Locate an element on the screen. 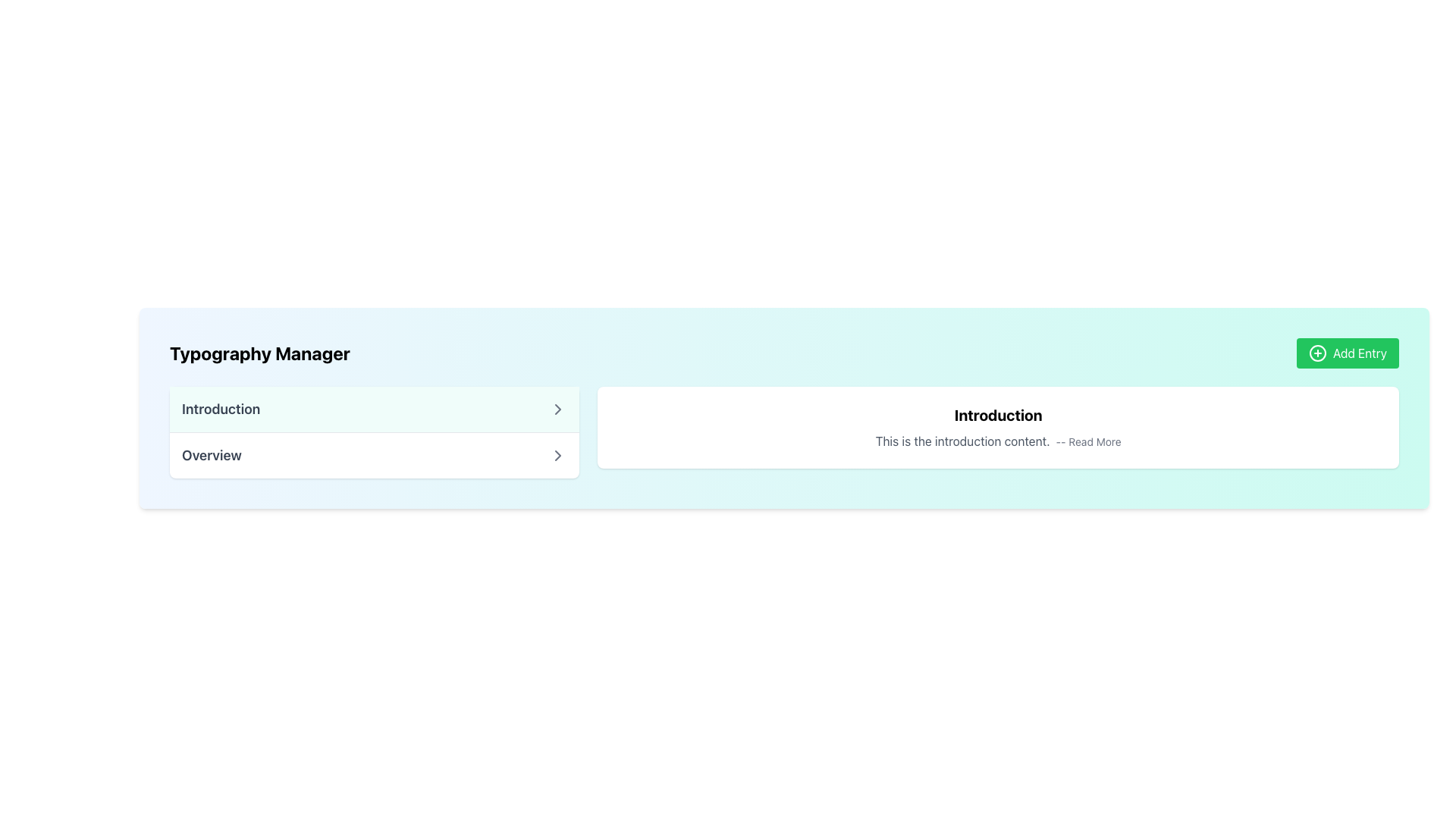 The height and width of the screenshot is (819, 1456). the first List Item in the Typography Manager is located at coordinates (375, 409).